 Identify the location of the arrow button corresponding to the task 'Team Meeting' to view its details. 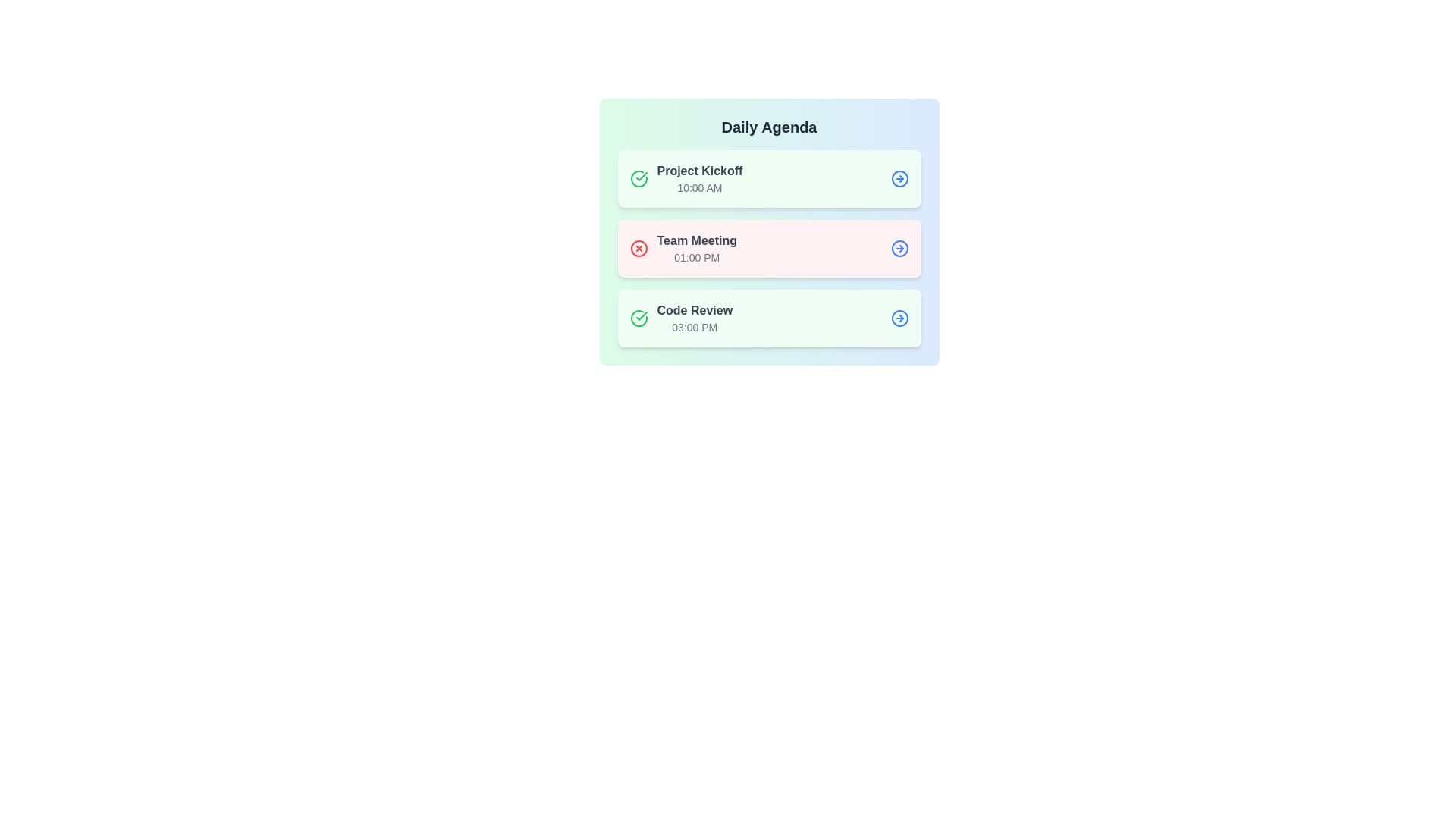
(899, 247).